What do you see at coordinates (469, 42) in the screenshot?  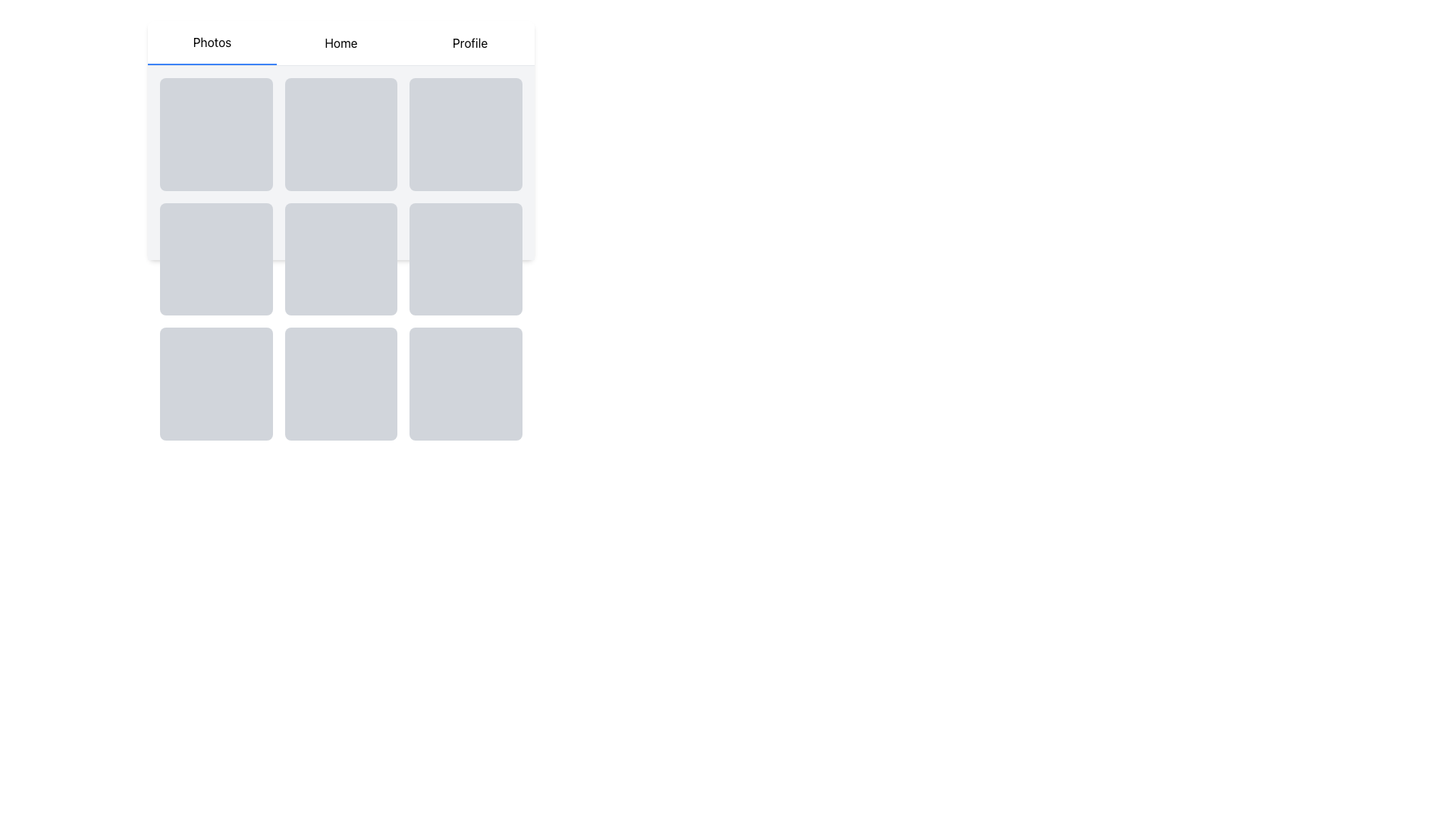 I see `the 'Profile' button, which is the third item in the horizontal navigation bar at the top of the layout` at bounding box center [469, 42].